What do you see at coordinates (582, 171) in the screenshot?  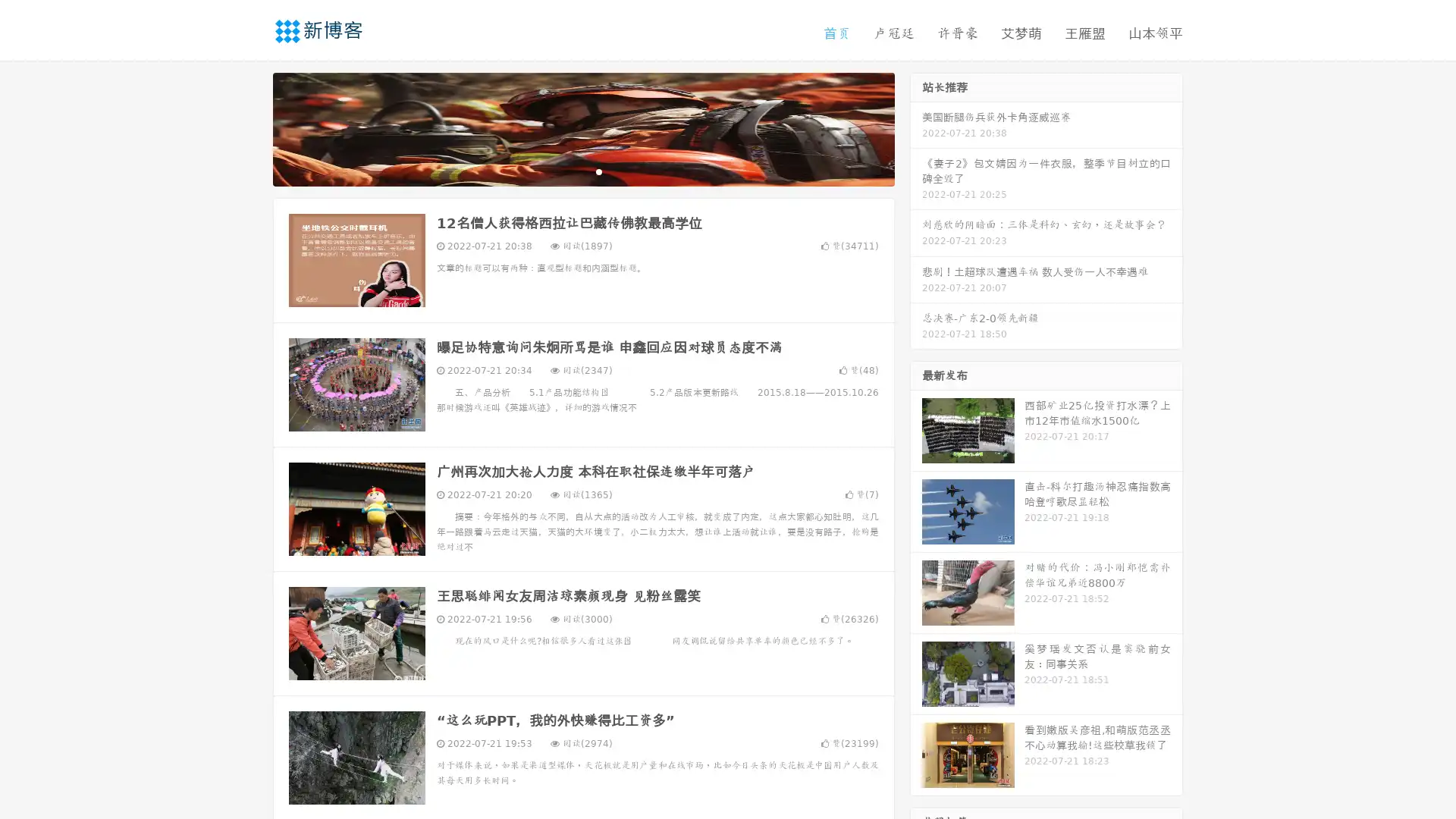 I see `Go to slide 2` at bounding box center [582, 171].